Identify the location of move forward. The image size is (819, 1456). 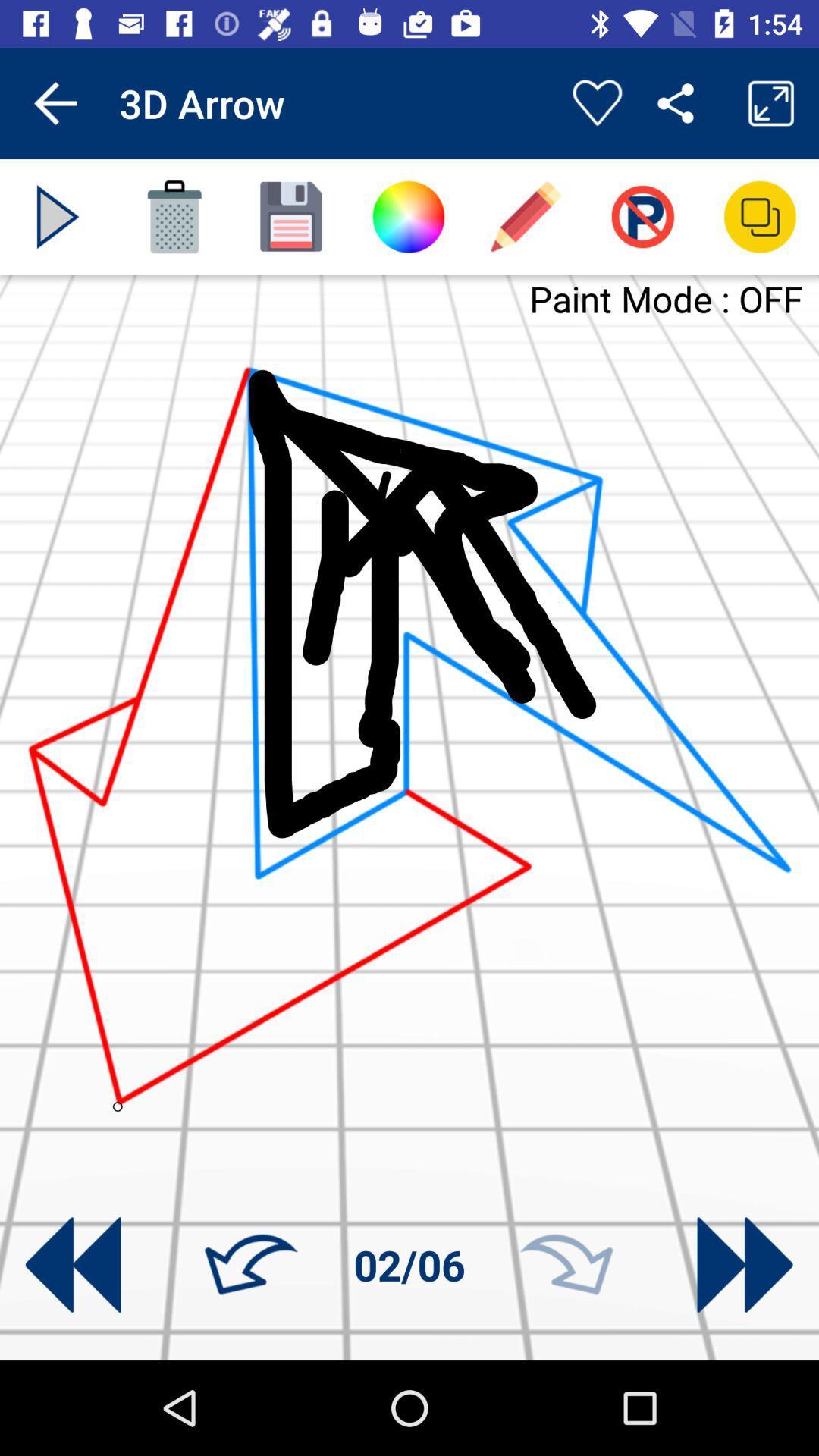
(744, 1265).